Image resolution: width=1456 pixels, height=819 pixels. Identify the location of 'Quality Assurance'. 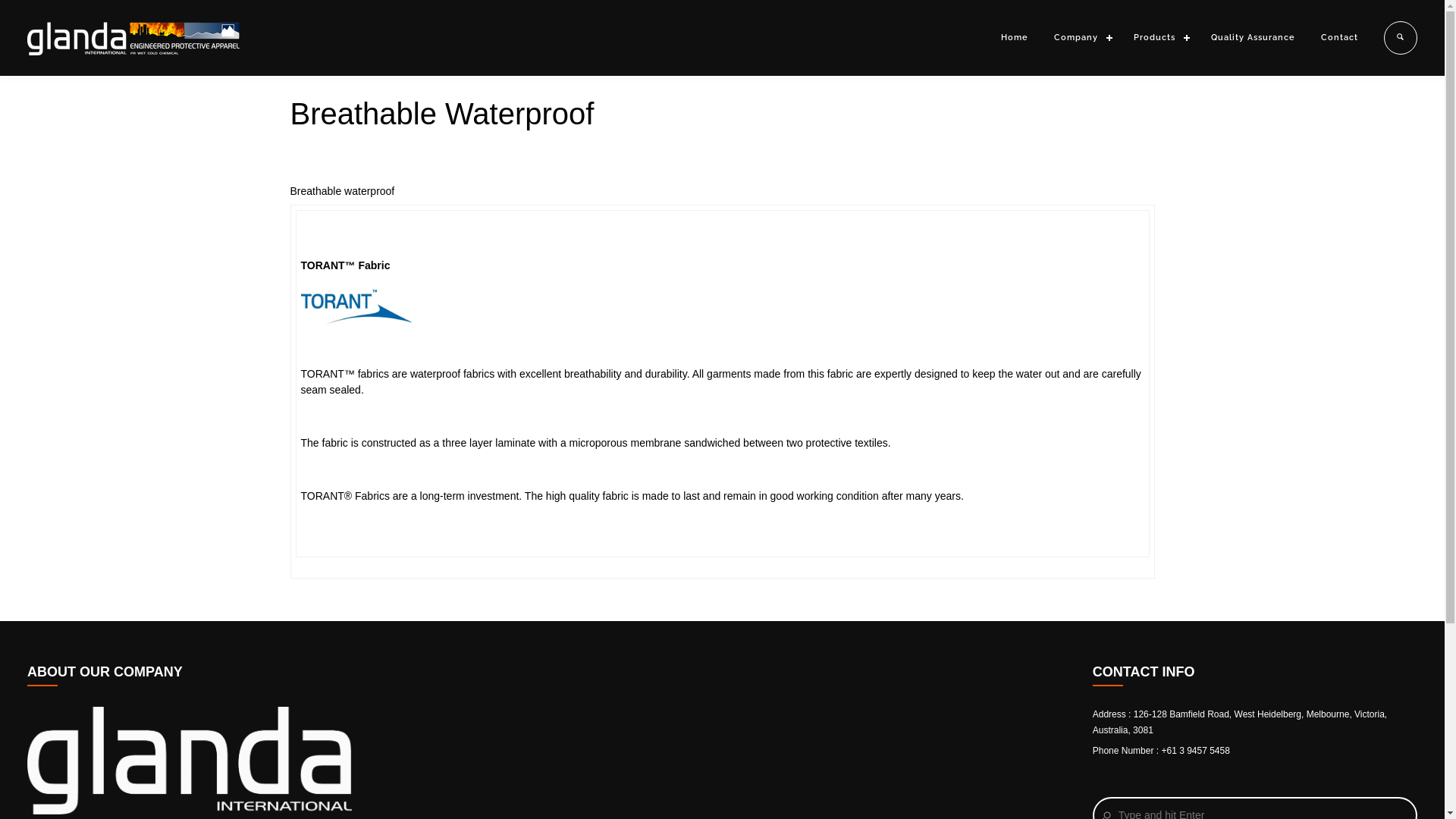
(1253, 37).